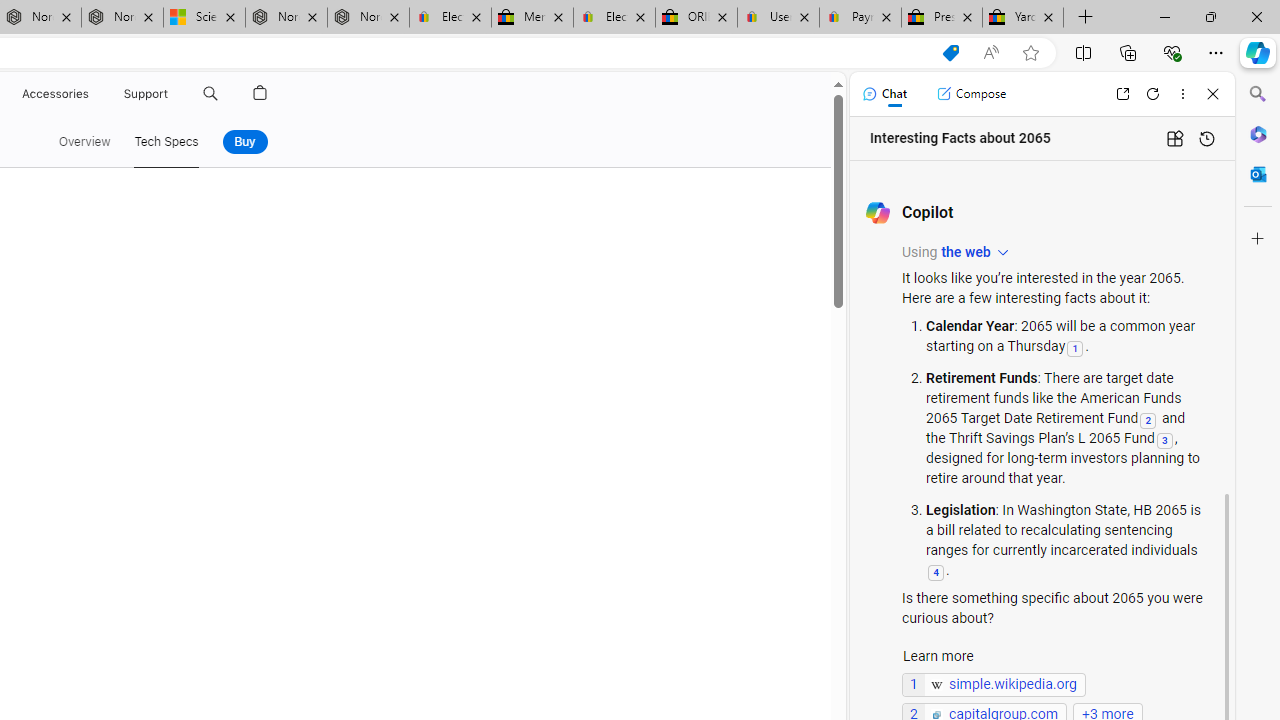 The width and height of the screenshot is (1280, 720). Describe the element at coordinates (91, 93) in the screenshot. I see `'Accessories menu'` at that location.